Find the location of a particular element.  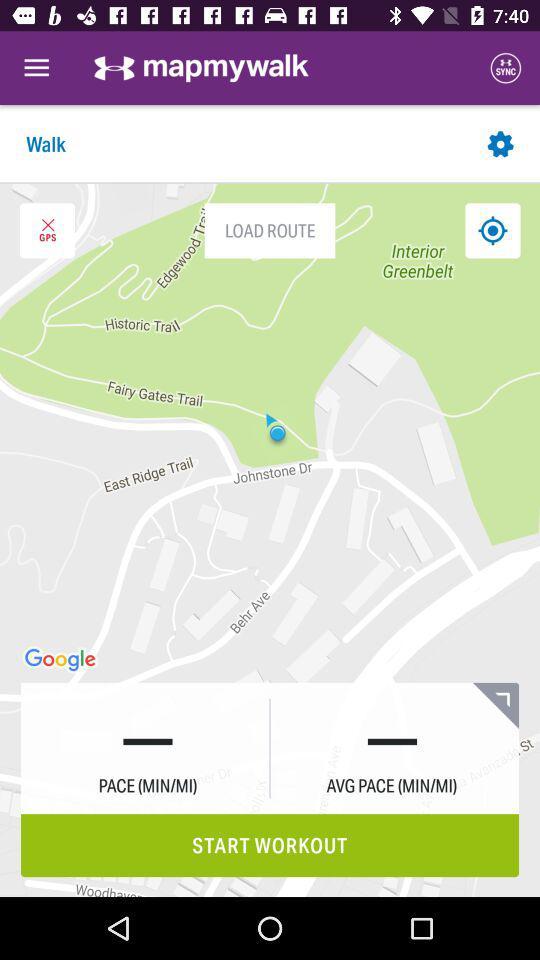

the load route icon is located at coordinates (270, 230).